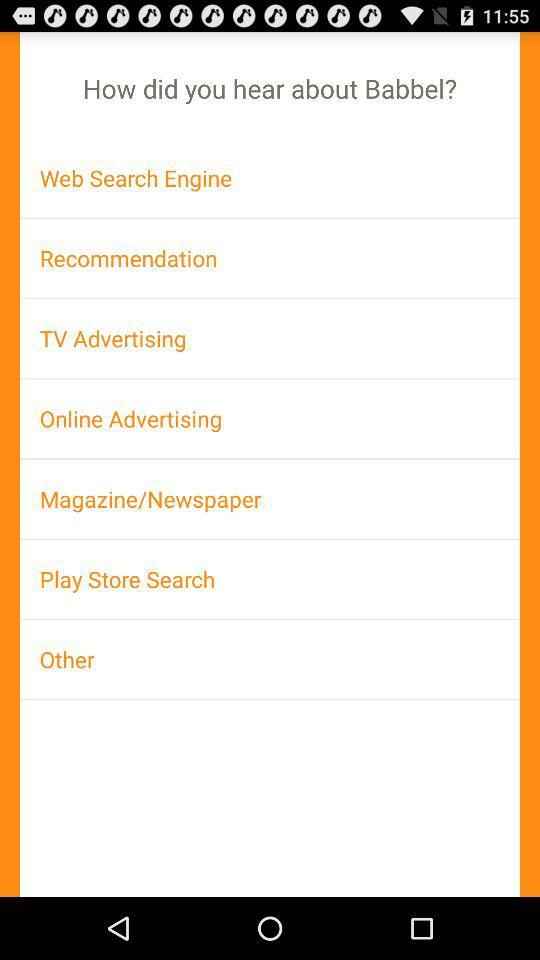 The height and width of the screenshot is (960, 540). Describe the element at coordinates (270, 257) in the screenshot. I see `app below the web search engine icon` at that location.